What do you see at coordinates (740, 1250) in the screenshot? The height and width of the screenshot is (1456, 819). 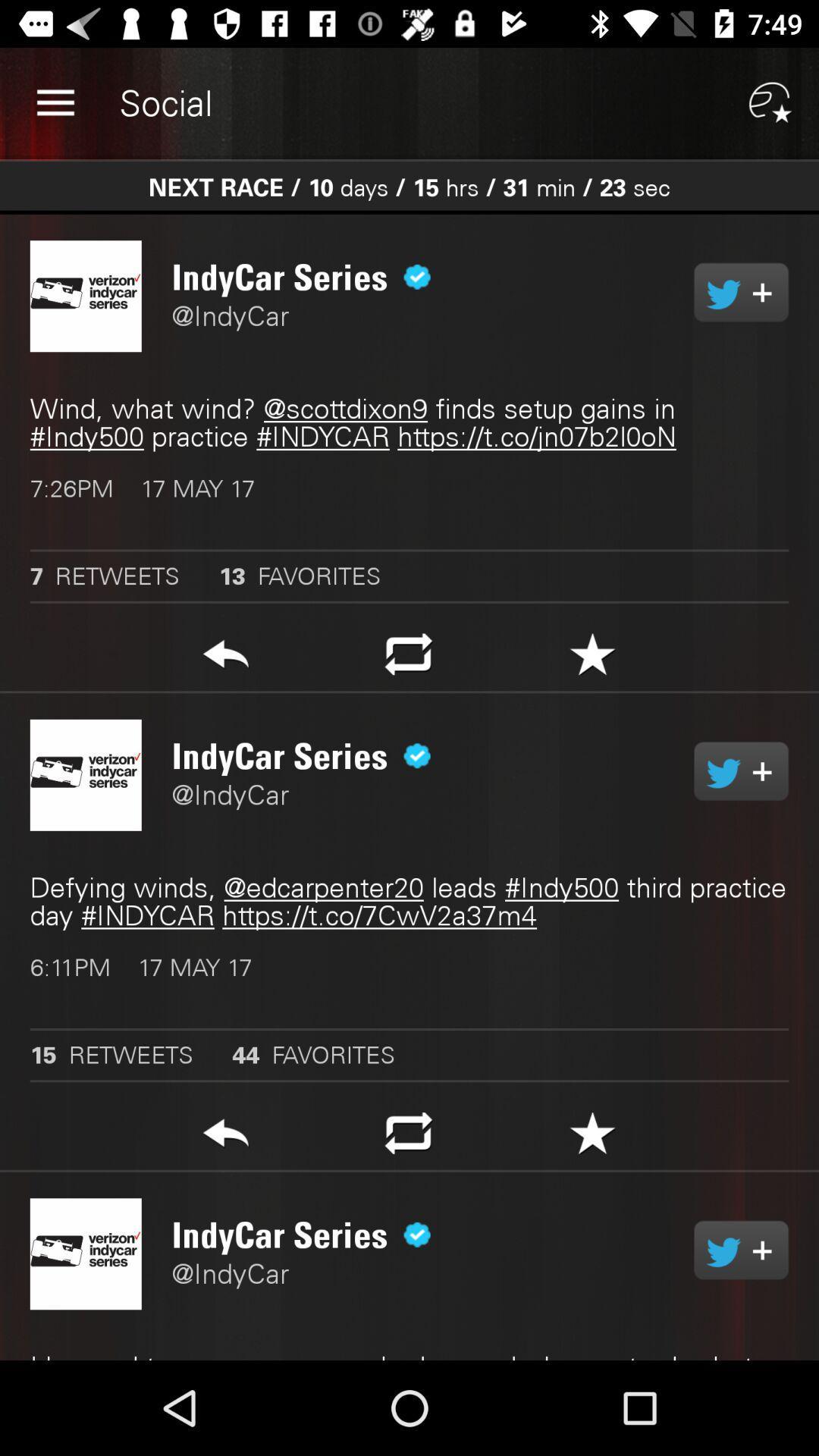 I see `shows twitter icon` at bounding box center [740, 1250].